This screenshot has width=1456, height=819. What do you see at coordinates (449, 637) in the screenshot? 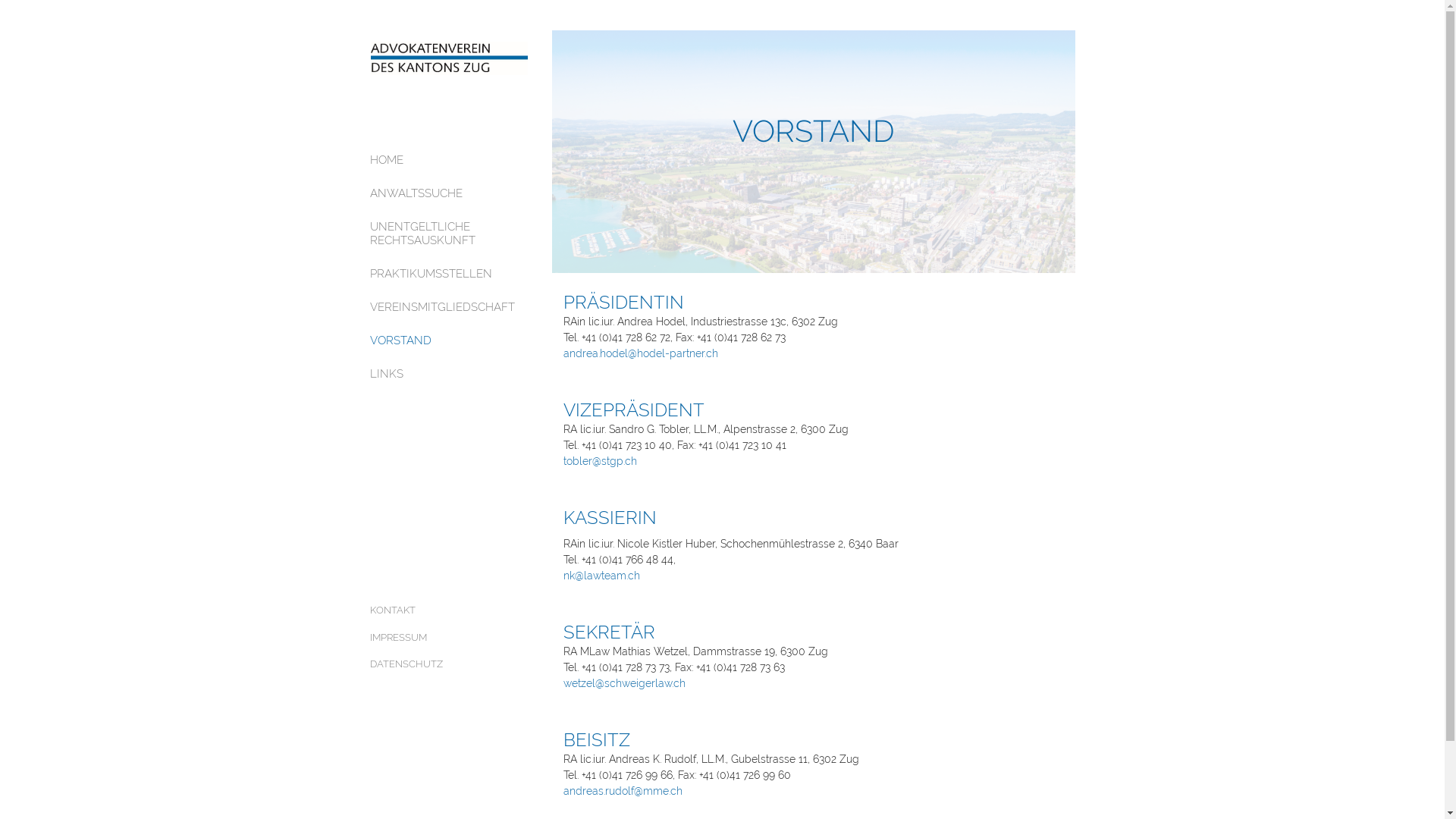
I see `'IMPRESSUM'` at bounding box center [449, 637].